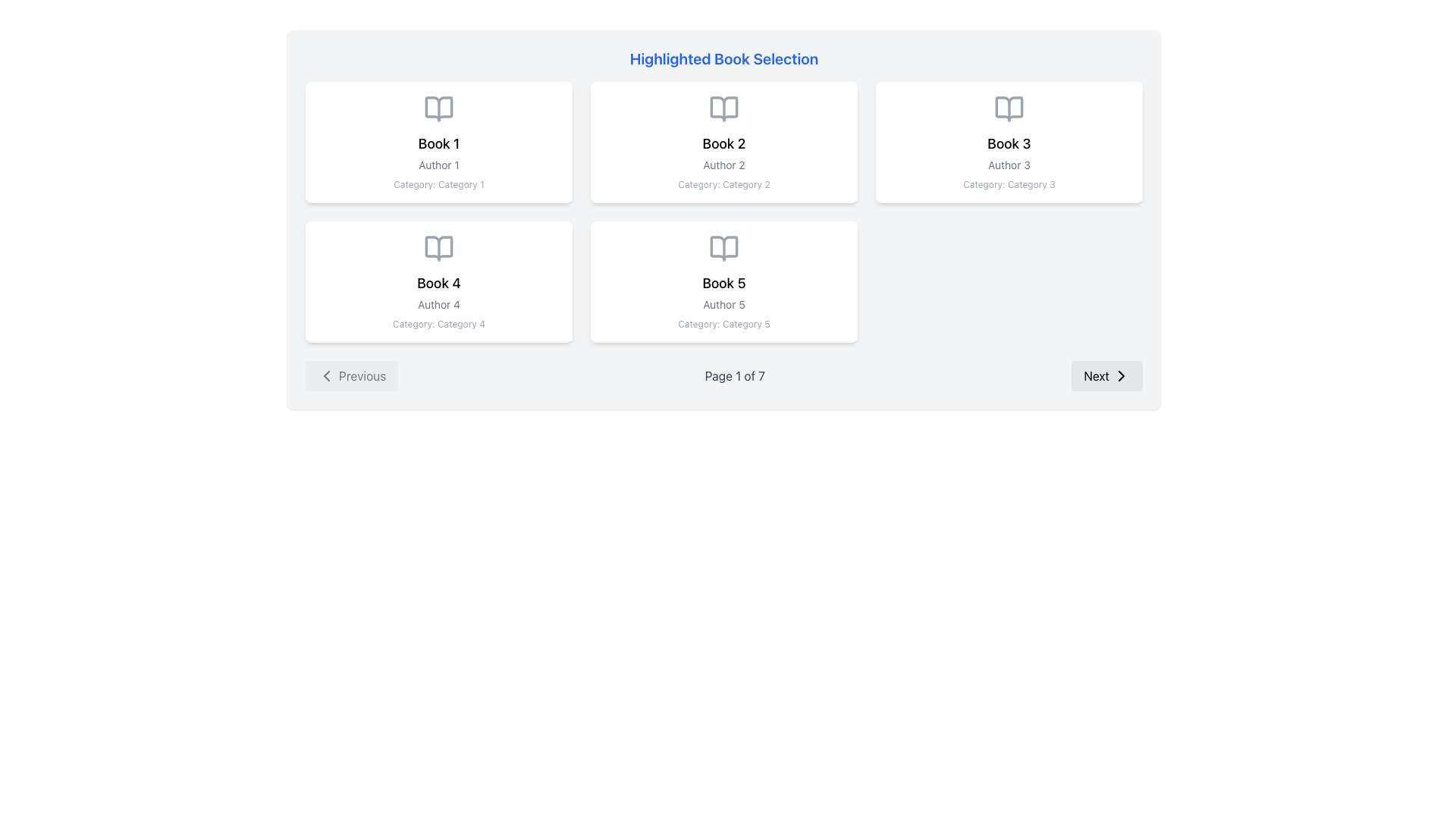  Describe the element at coordinates (723, 281) in the screenshot. I see `the fifth card in the grid layout located in the right column of the second row, which represents an entity like a book` at that location.